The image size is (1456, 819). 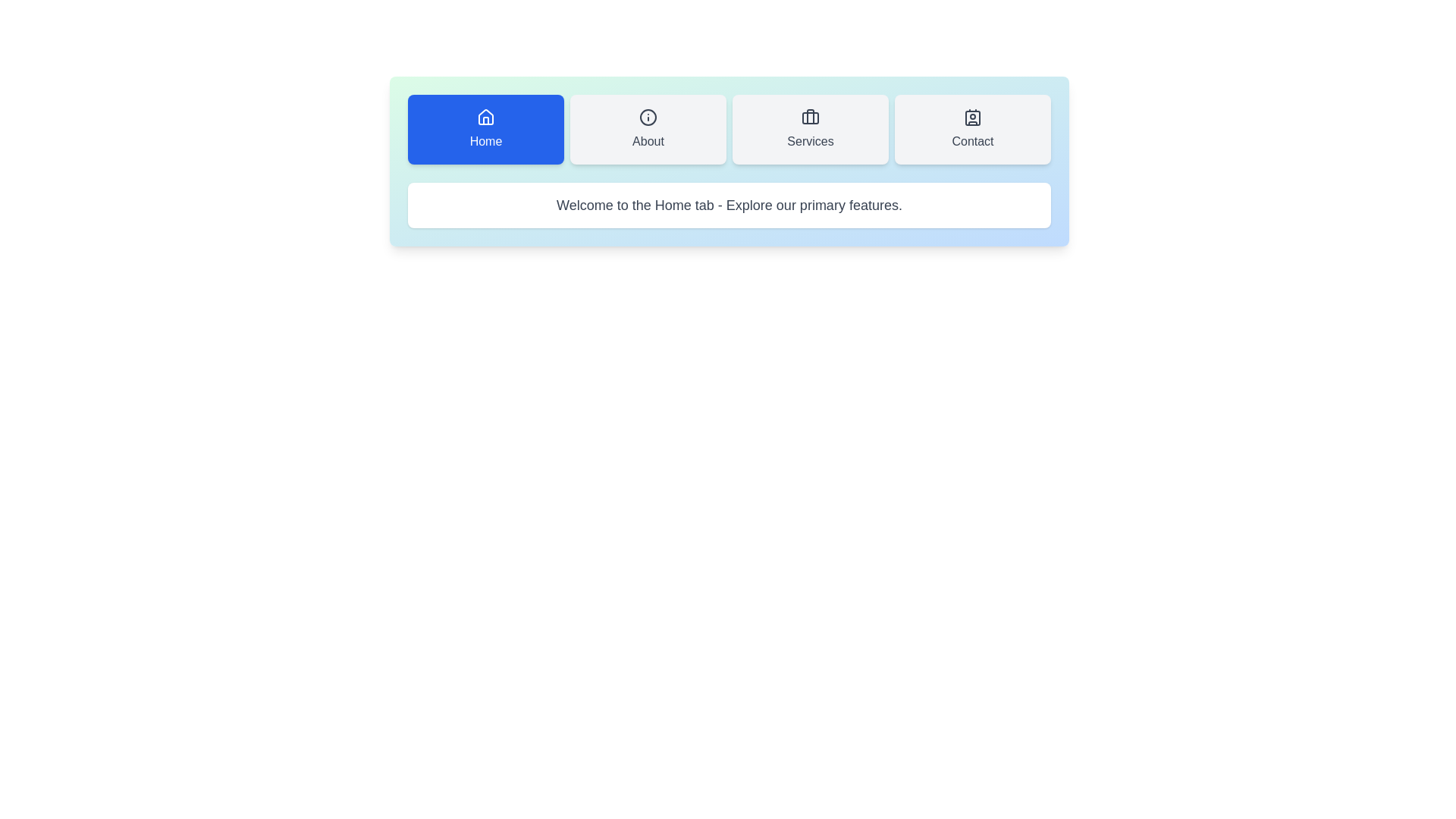 What do you see at coordinates (486, 141) in the screenshot?
I see `the 'Home' text label element, which is styled in white on a blue background and located at the top left of the UI among other buttons` at bounding box center [486, 141].